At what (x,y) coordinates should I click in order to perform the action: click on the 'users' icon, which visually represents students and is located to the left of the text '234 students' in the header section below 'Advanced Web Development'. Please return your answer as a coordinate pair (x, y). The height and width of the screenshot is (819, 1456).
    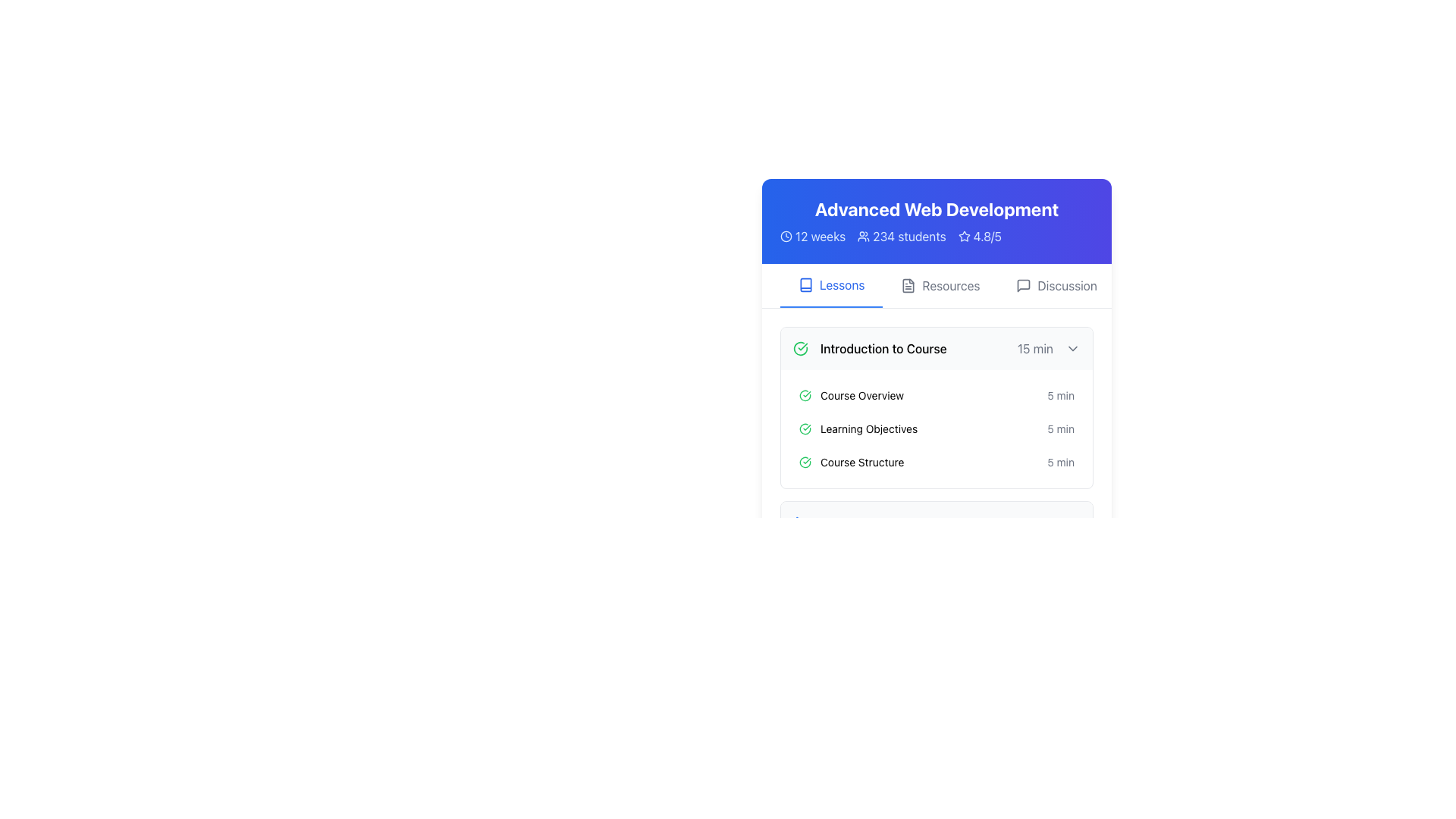
    Looking at the image, I should click on (864, 237).